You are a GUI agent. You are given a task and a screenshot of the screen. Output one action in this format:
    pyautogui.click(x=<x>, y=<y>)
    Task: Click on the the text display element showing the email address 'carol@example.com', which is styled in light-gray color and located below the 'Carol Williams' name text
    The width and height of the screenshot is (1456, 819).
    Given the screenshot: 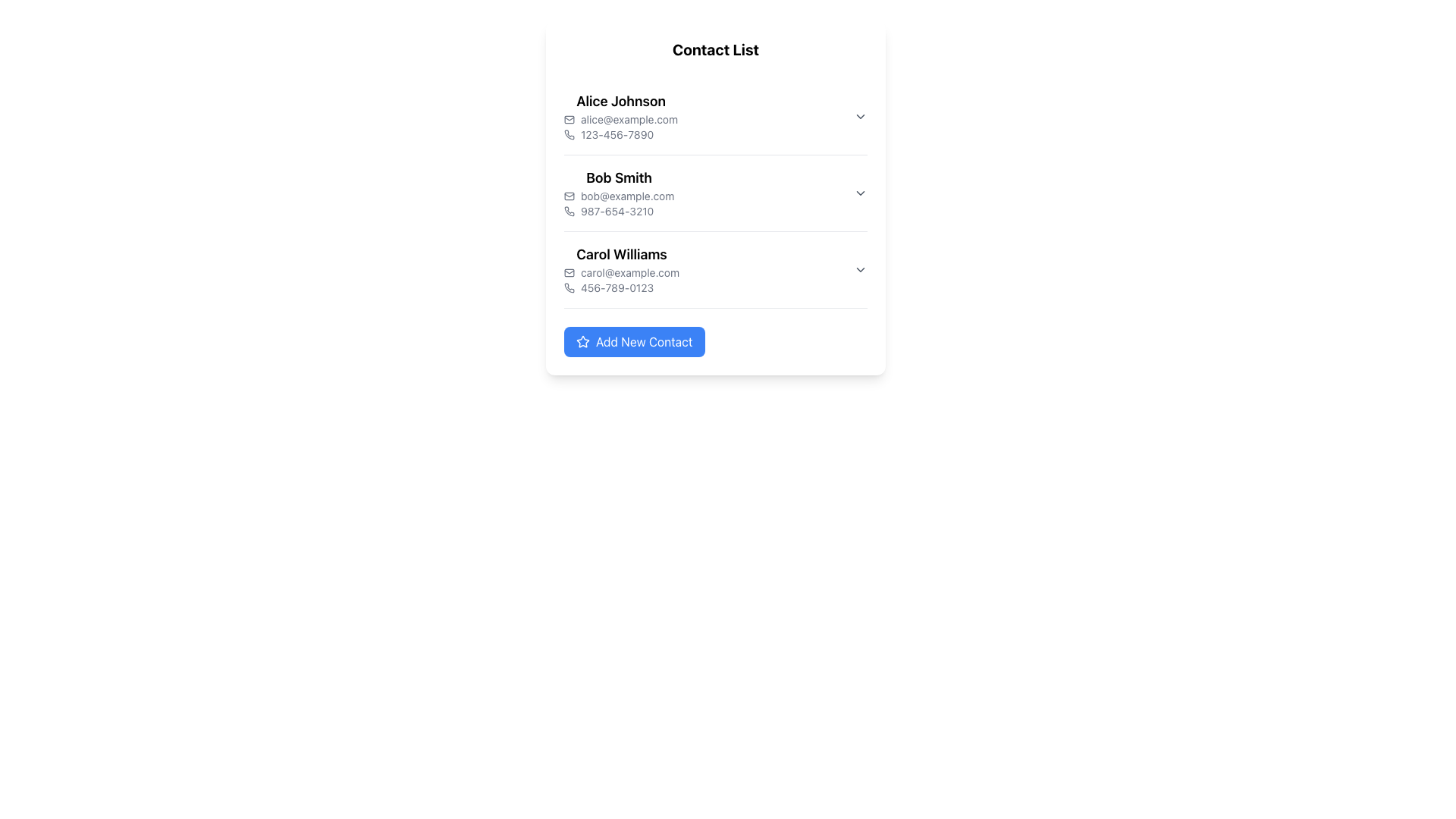 What is the action you would take?
    pyautogui.click(x=622, y=271)
    